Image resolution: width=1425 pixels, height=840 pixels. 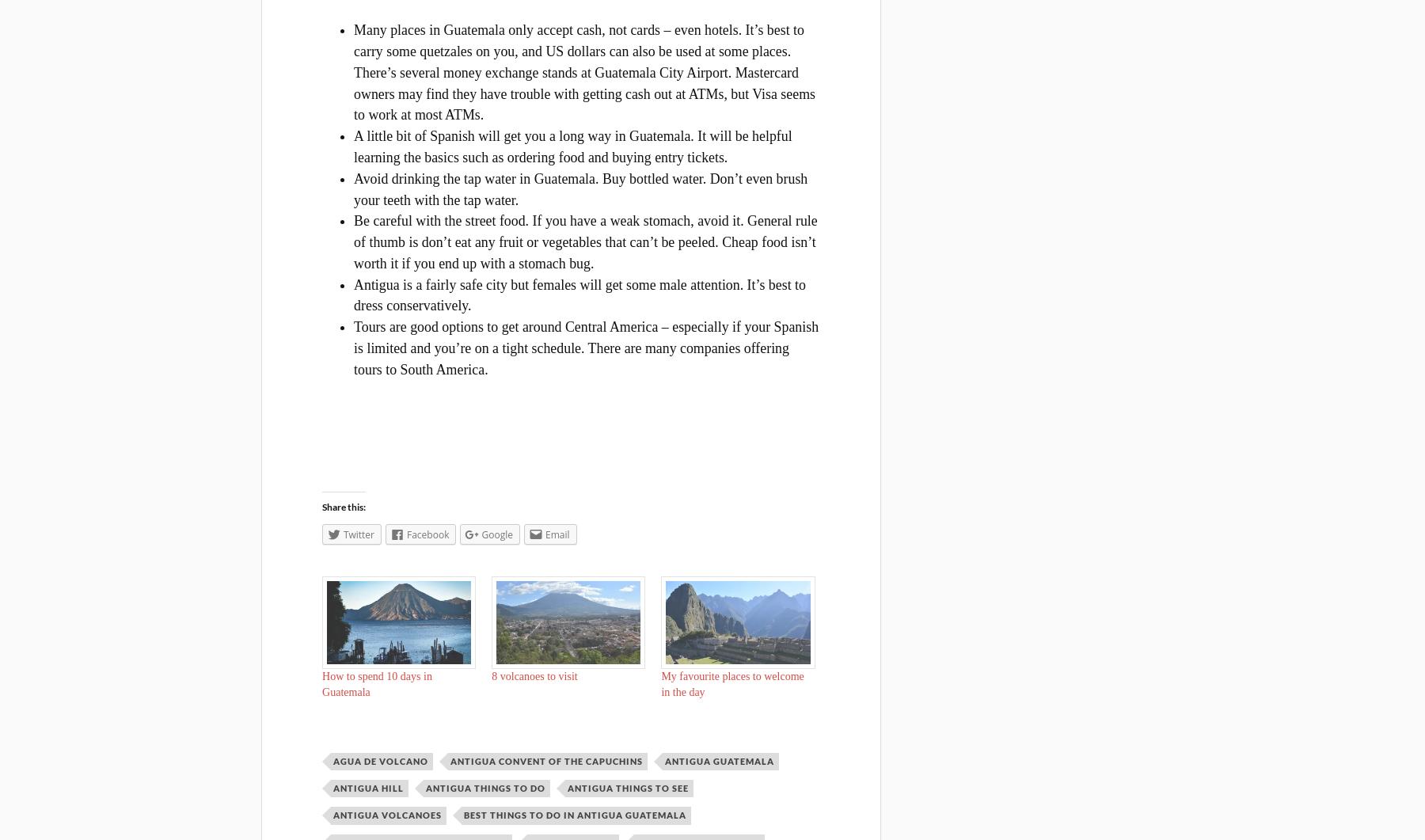 What do you see at coordinates (566, 787) in the screenshot?
I see `'antigua things to see'` at bounding box center [566, 787].